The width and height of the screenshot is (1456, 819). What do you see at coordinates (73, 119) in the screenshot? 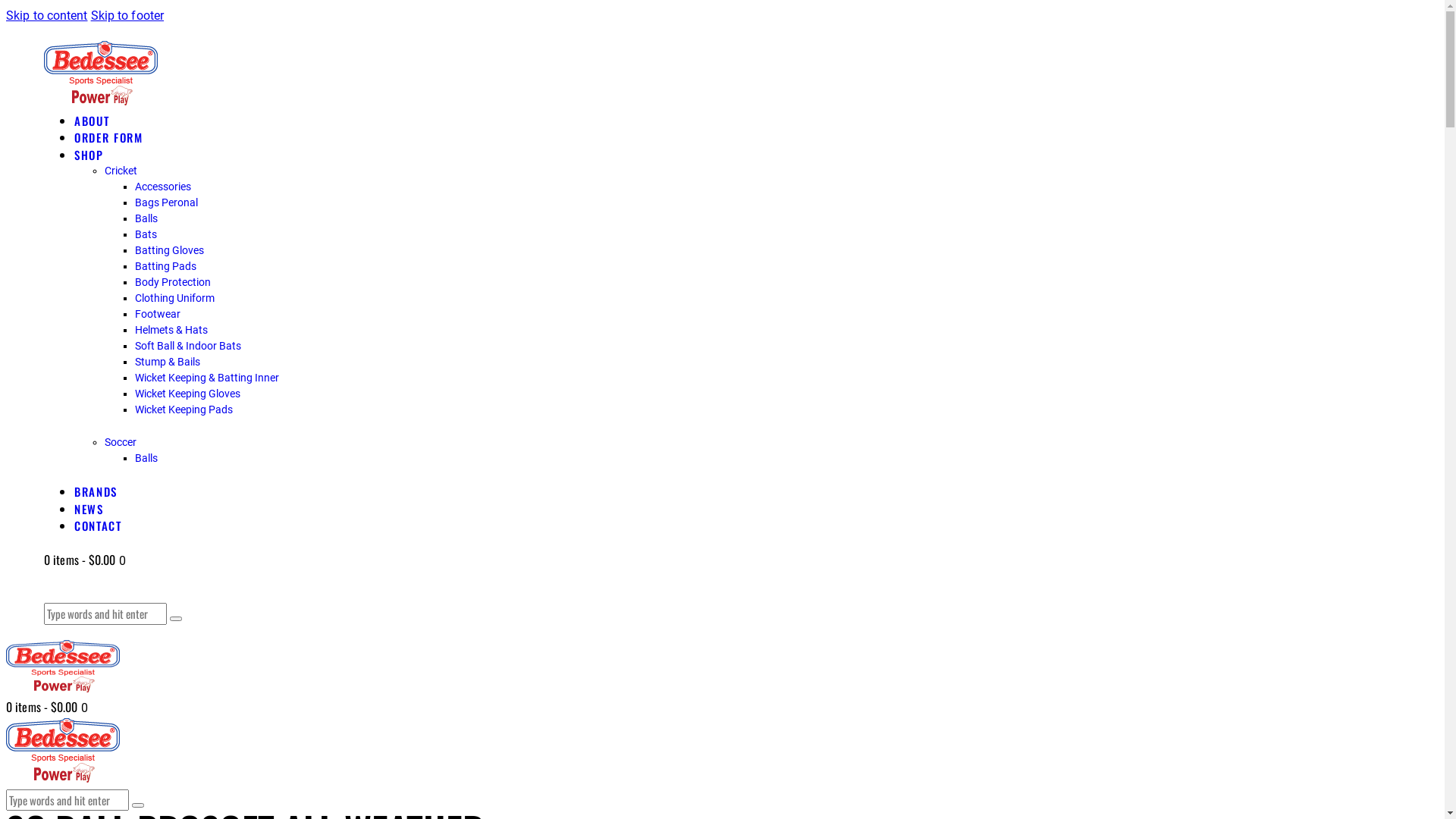
I see `'ABOUT'` at bounding box center [73, 119].